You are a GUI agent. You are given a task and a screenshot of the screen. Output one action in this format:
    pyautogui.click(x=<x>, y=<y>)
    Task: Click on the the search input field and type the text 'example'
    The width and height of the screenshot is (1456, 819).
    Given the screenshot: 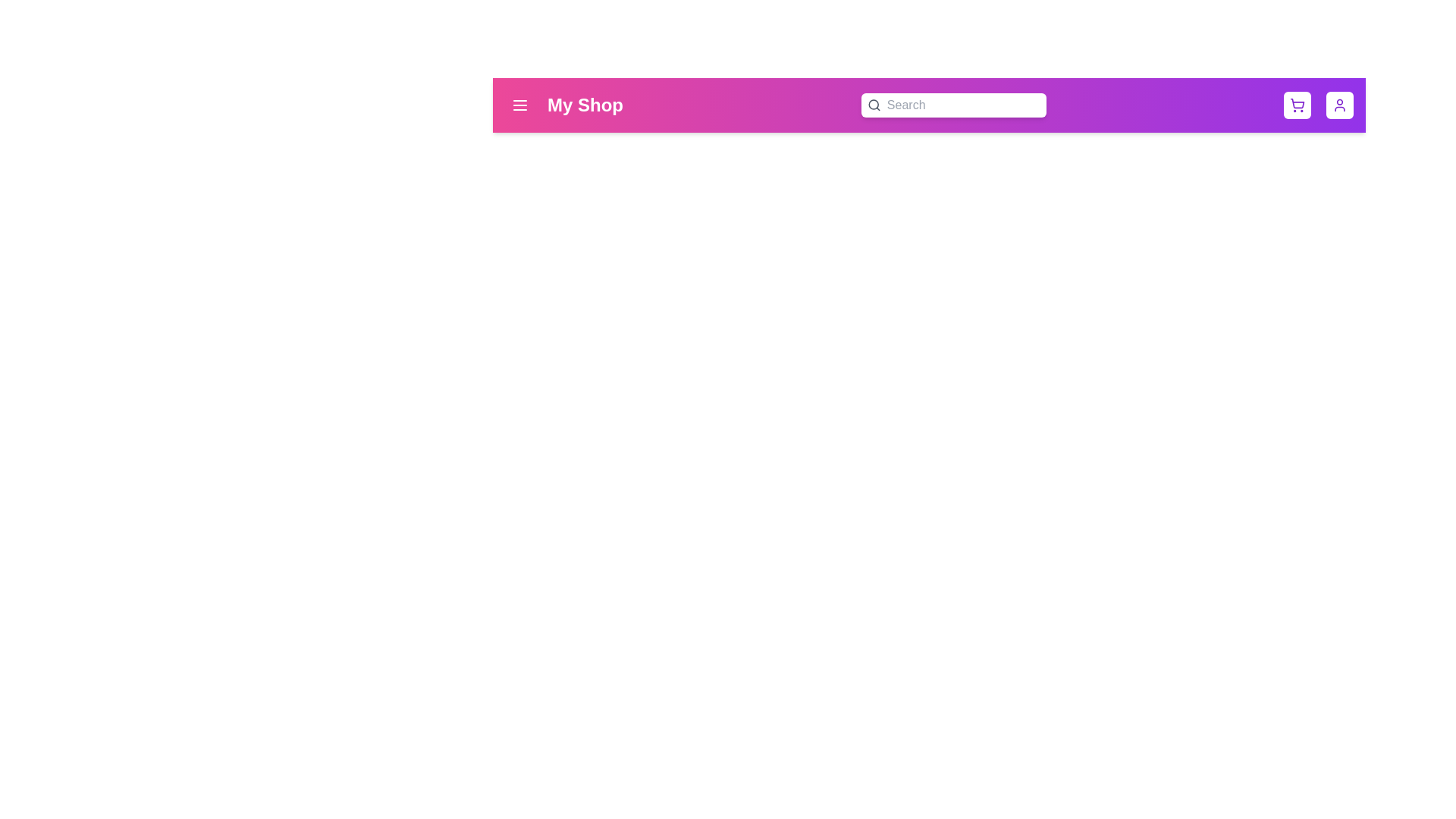 What is the action you would take?
    pyautogui.click(x=959, y=104)
    